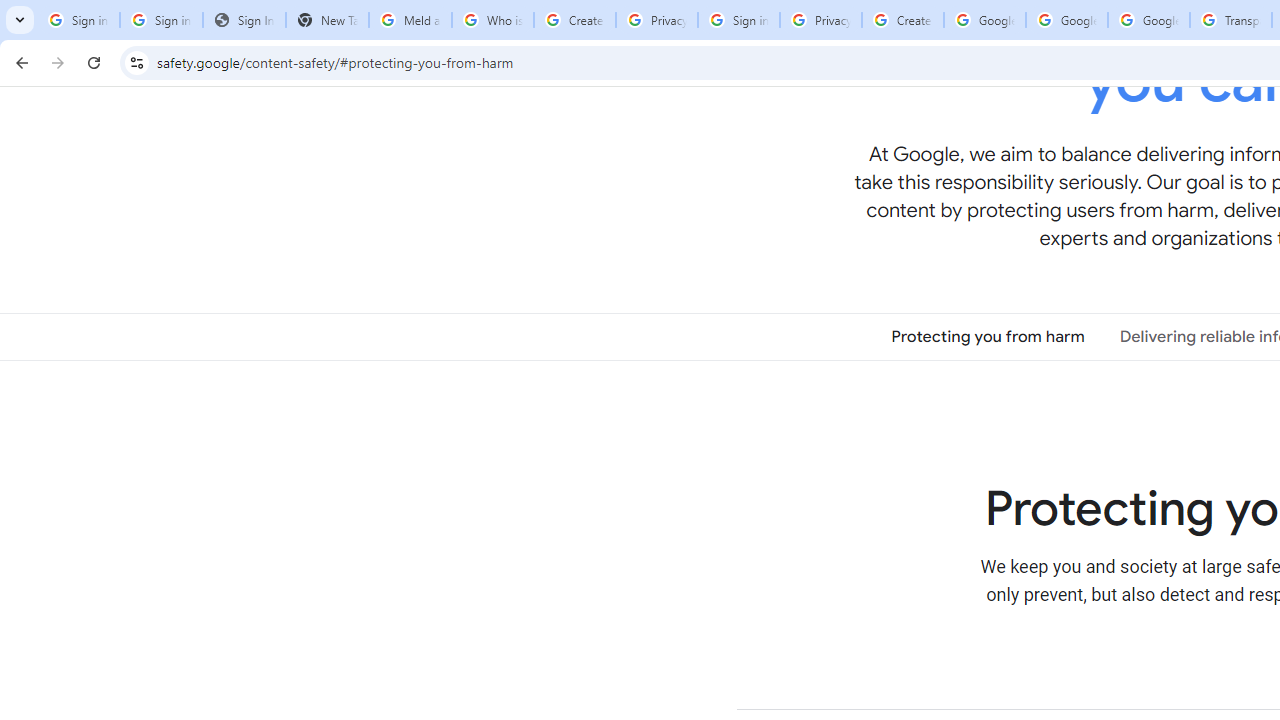 This screenshot has width=1280, height=720. I want to click on 'Sign in - Google Accounts', so click(737, 20).